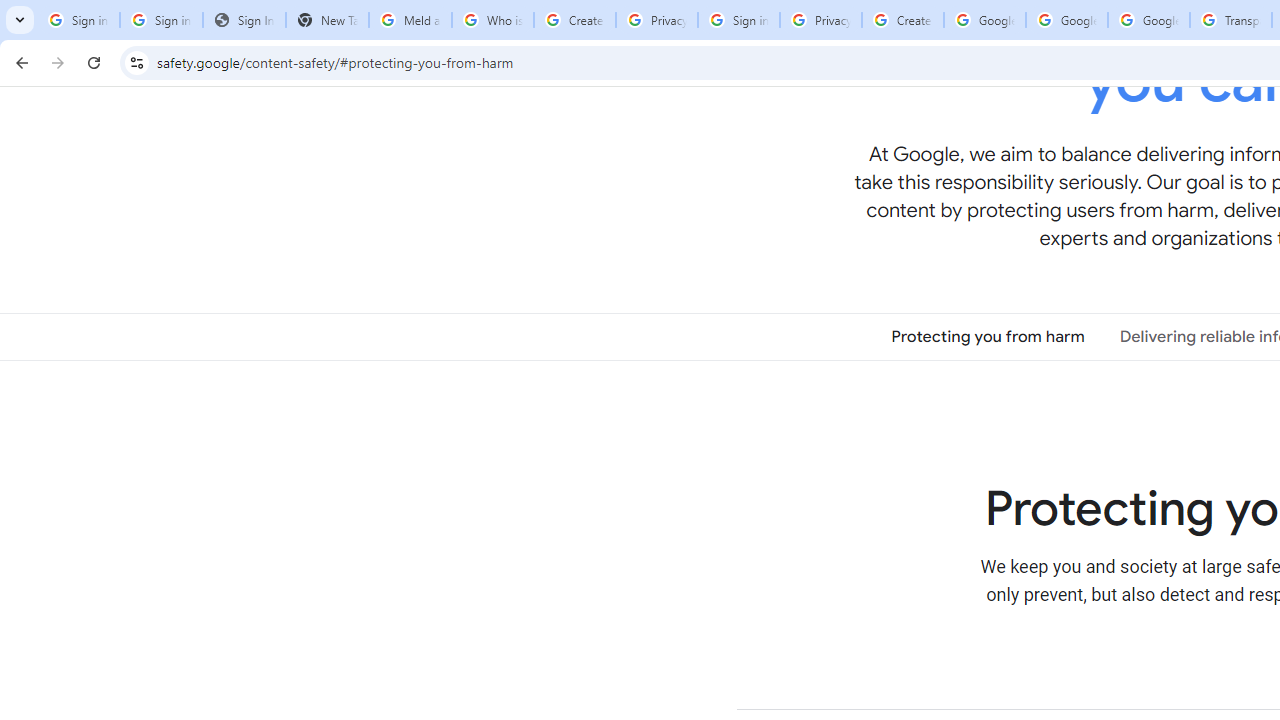 This screenshot has width=1280, height=720. I want to click on 'Sign in - Google Accounts', so click(737, 20).